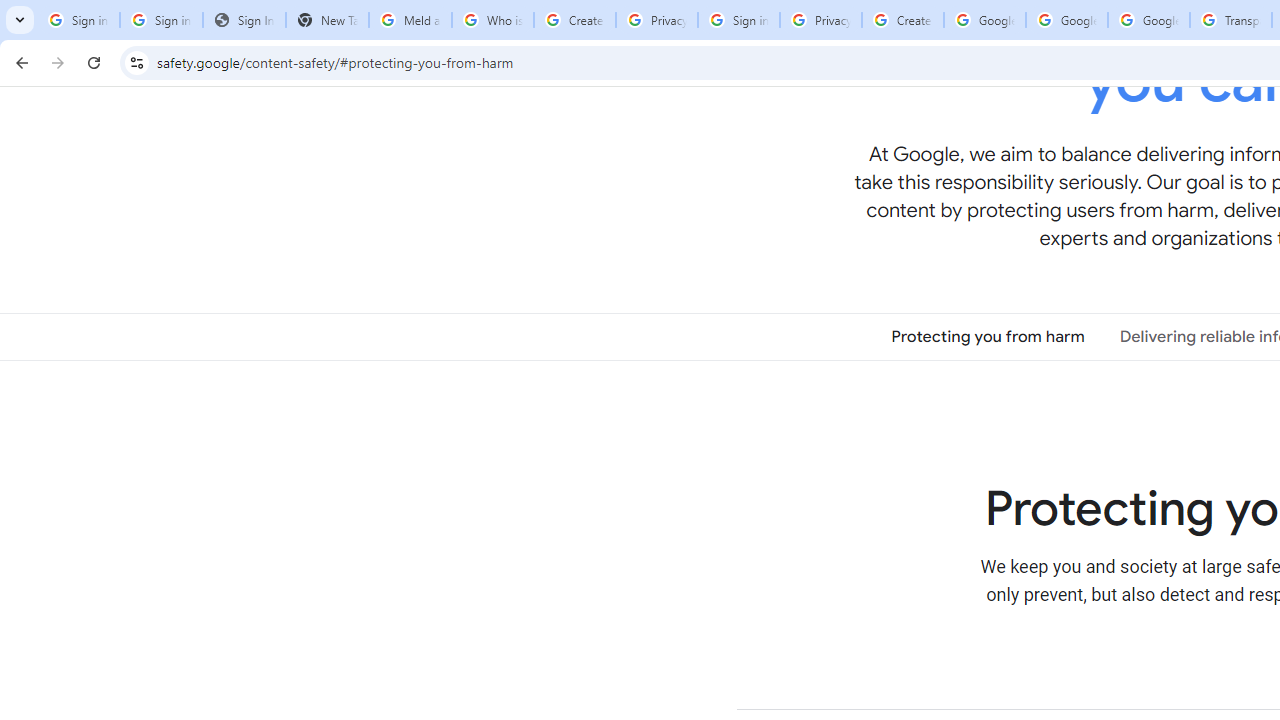 This screenshot has width=1280, height=720. I want to click on 'Sign in - Google Accounts', so click(737, 20).